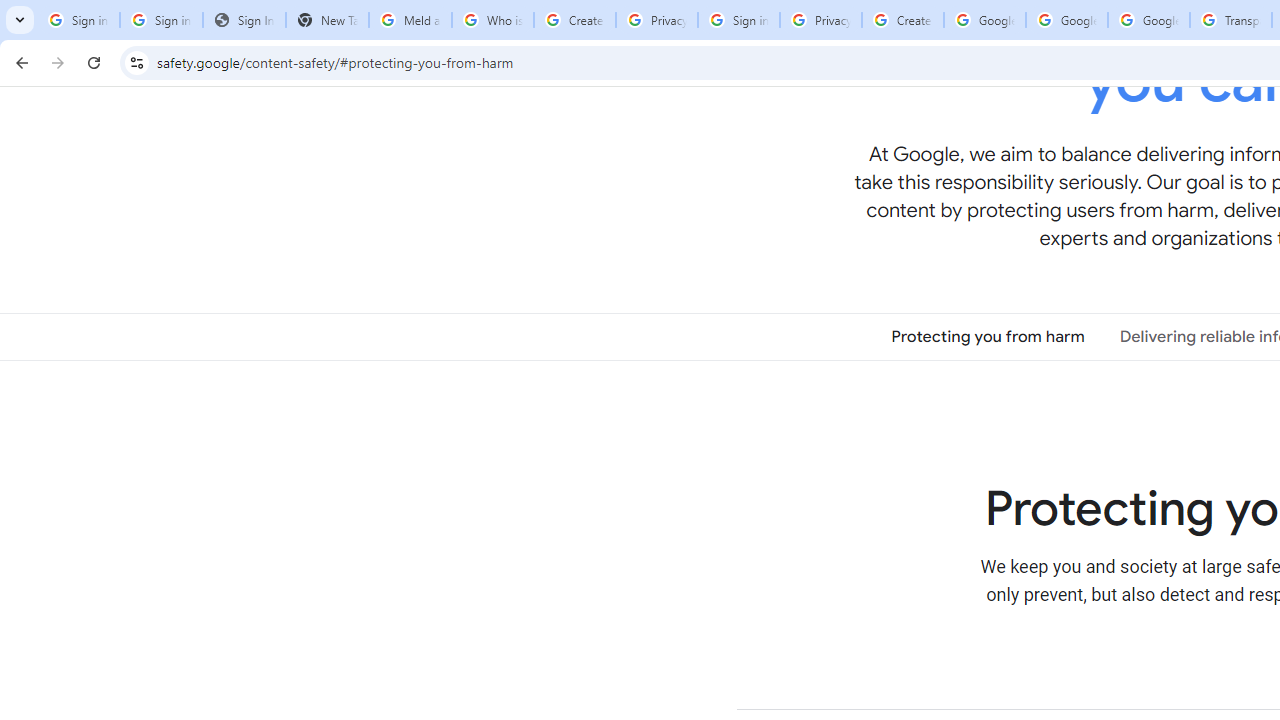 This screenshot has width=1280, height=720. I want to click on 'Sign in - Google Accounts', so click(737, 20).